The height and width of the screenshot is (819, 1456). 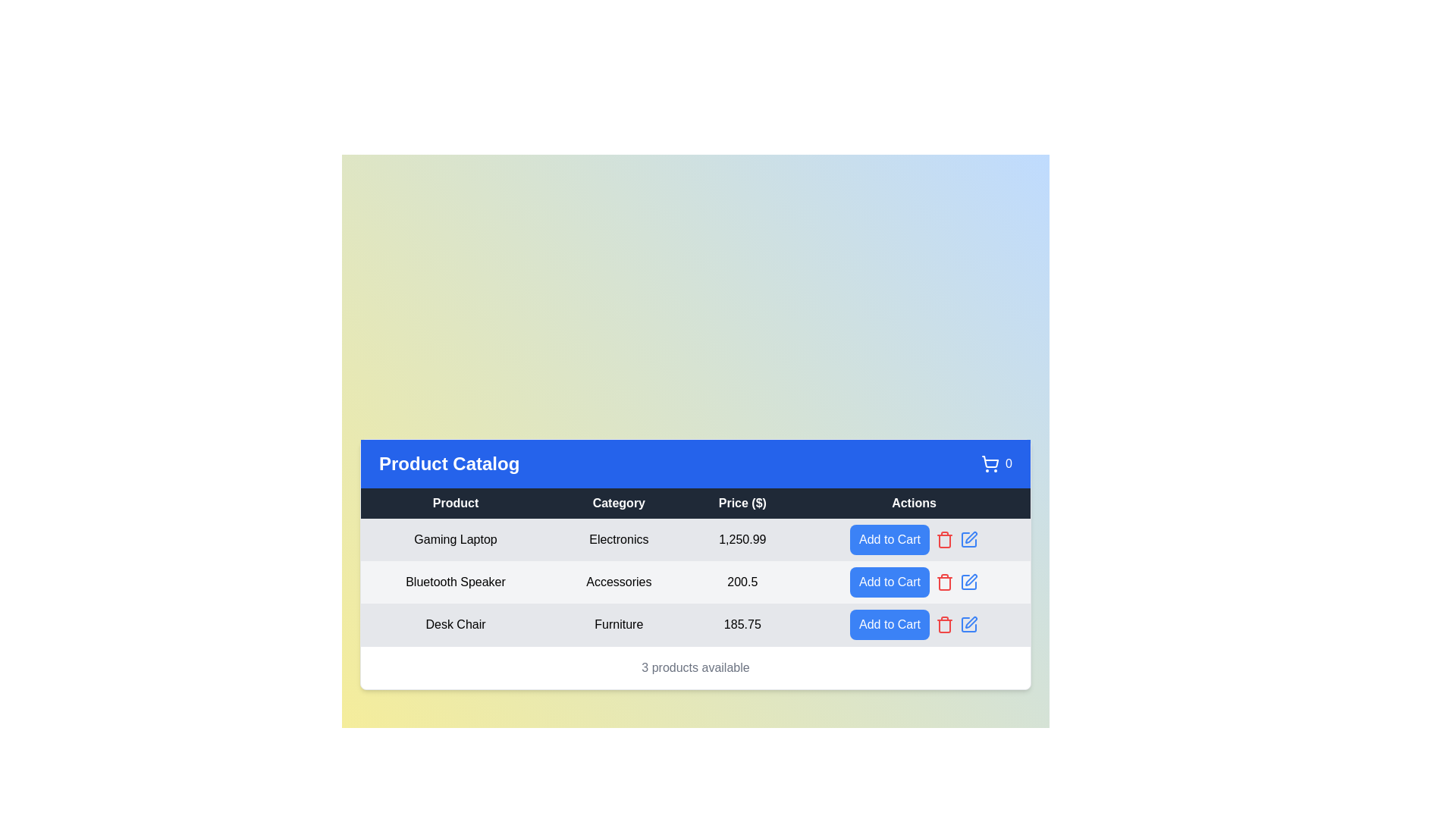 I want to click on the text label displaying the category information of the product listed in the second cell of the first row under the 'Product' header, so click(x=619, y=538).